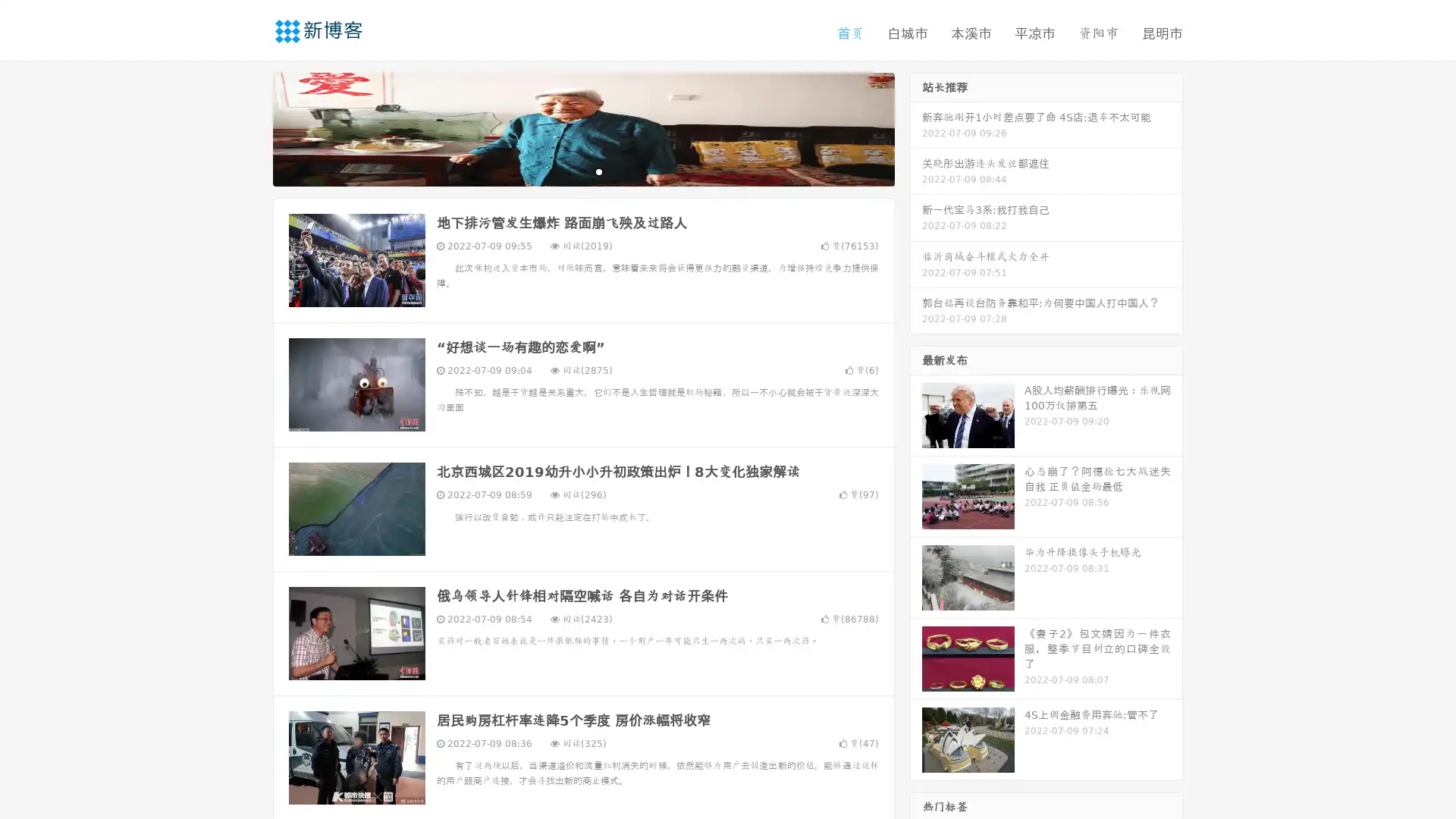 Image resolution: width=1456 pixels, height=819 pixels. I want to click on Next slide, so click(916, 127).